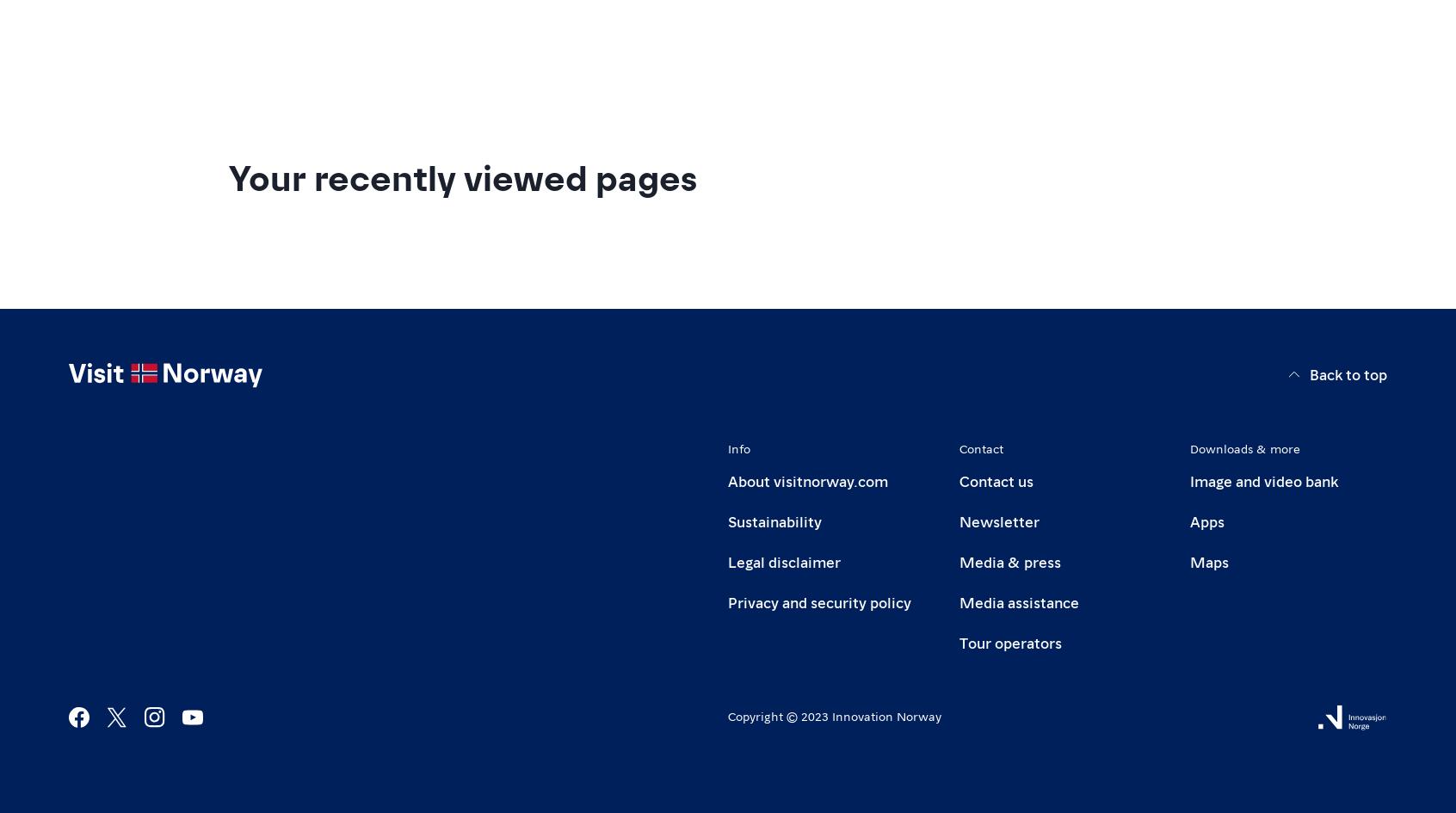  I want to click on 'Your recently viewed pages', so click(463, 175).